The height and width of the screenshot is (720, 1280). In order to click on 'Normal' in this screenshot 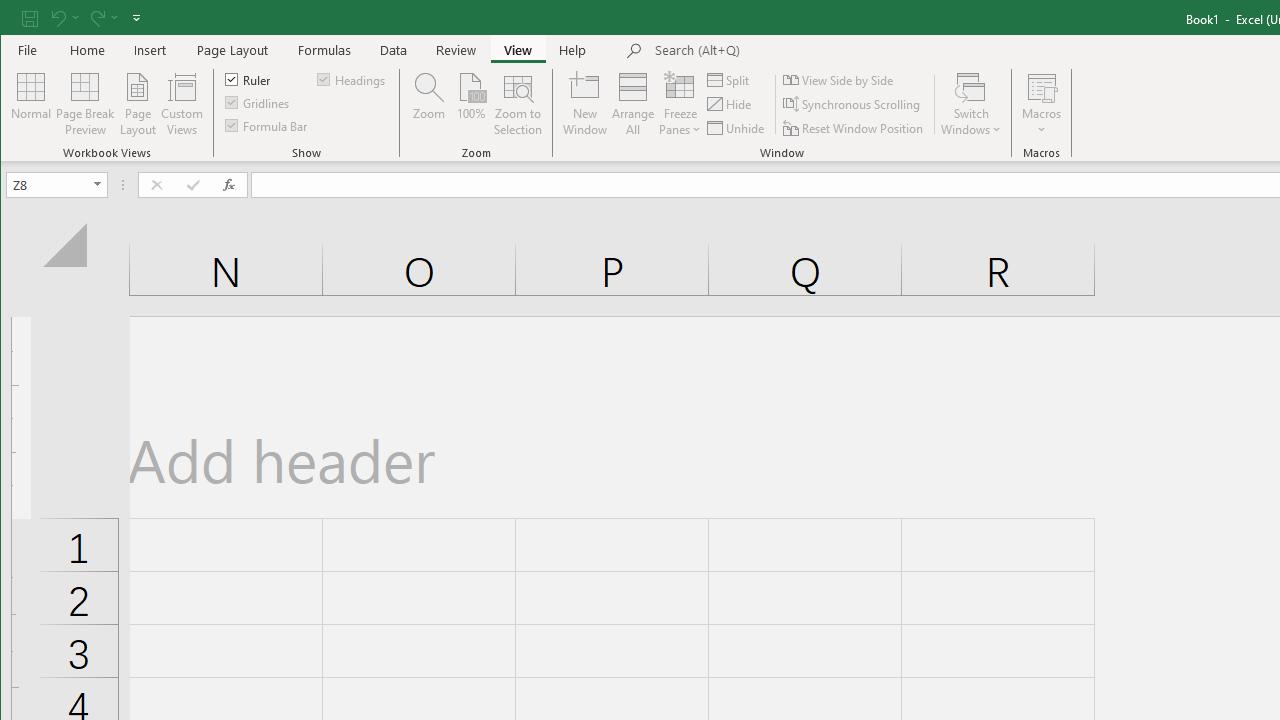, I will do `click(31, 104)`.